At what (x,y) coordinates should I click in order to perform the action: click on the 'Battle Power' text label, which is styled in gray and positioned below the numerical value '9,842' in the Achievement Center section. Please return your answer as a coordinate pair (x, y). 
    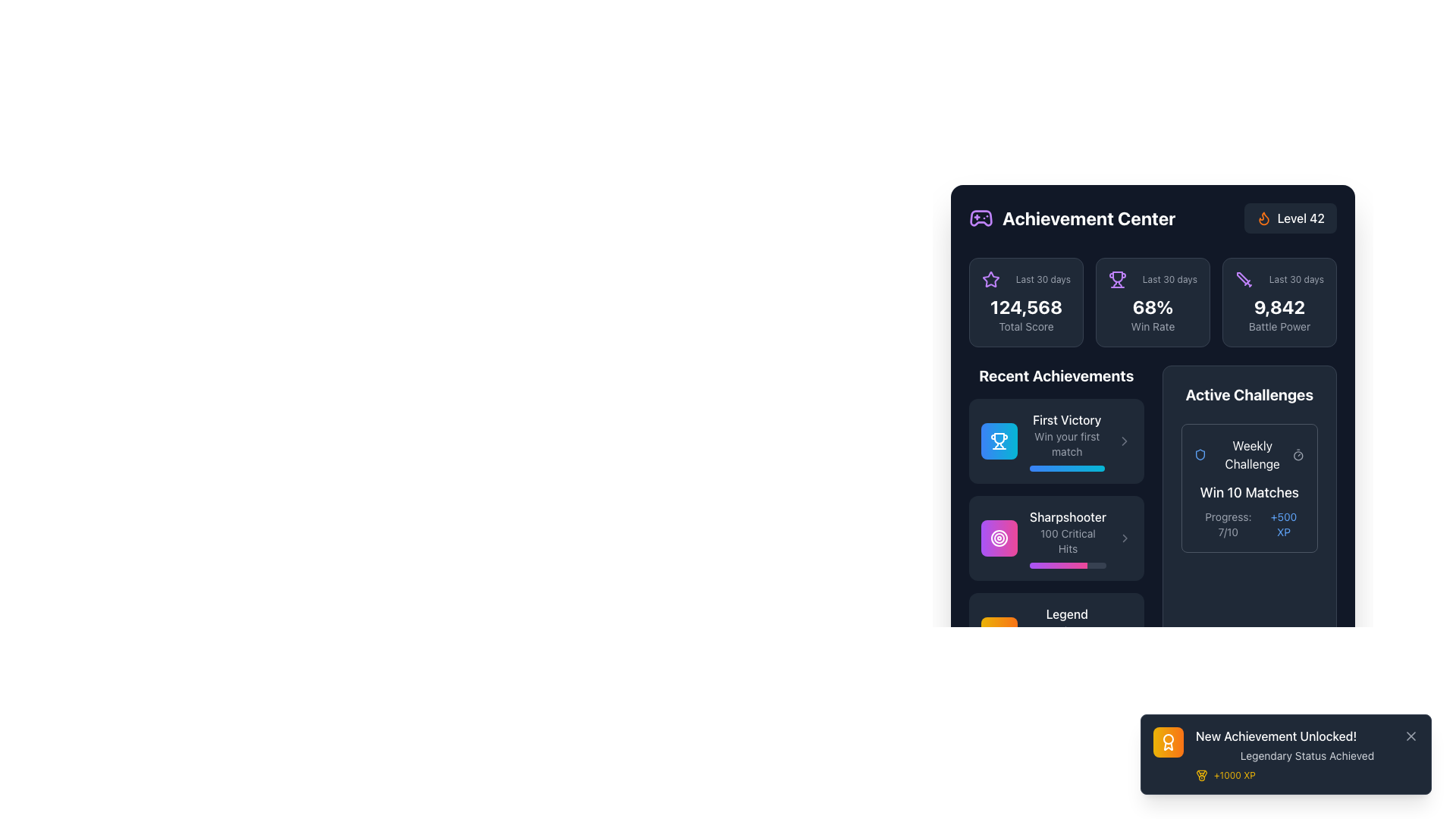
    Looking at the image, I should click on (1279, 326).